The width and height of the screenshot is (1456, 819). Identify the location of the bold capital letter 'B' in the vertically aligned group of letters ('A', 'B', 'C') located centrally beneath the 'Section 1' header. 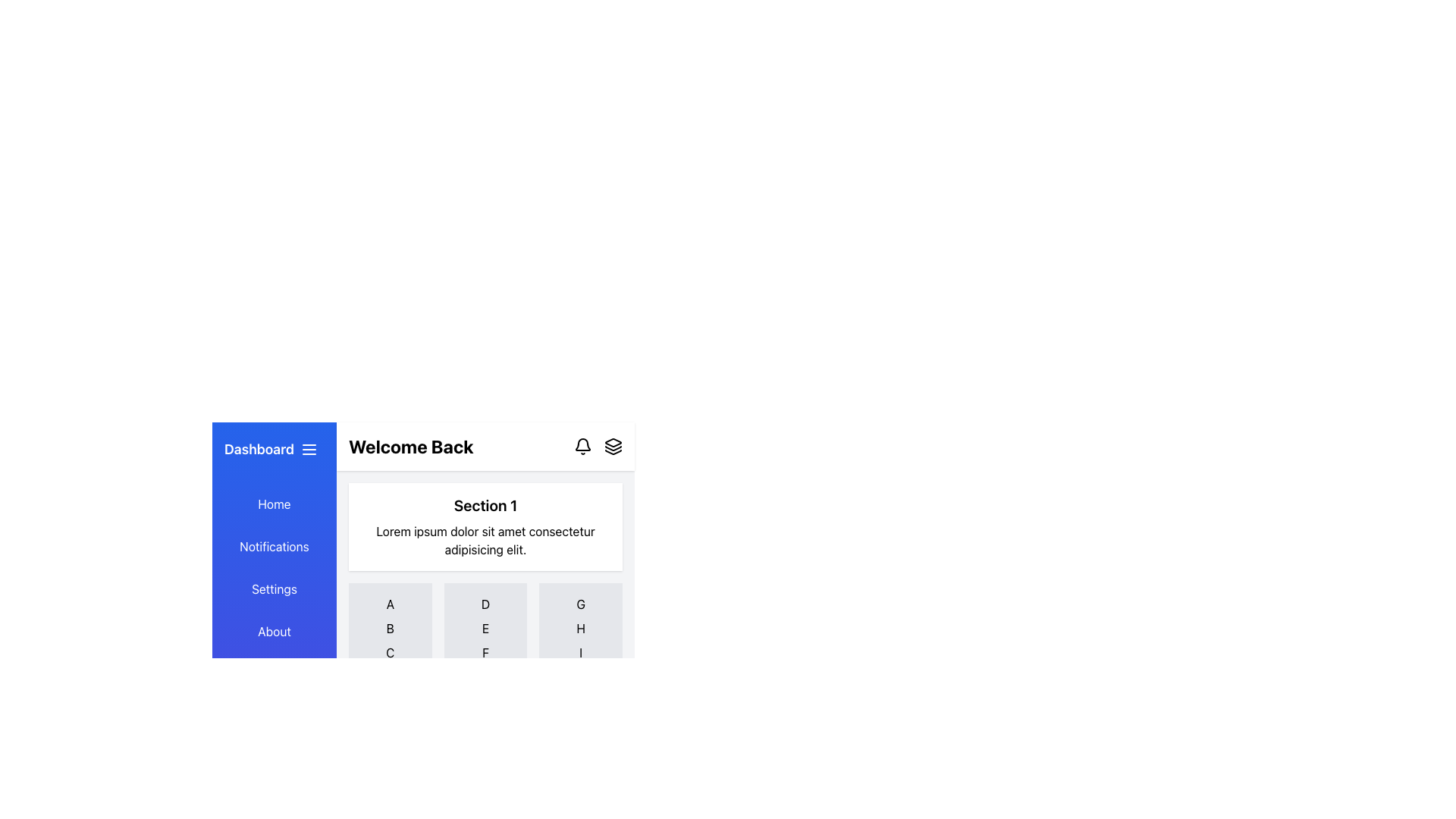
(390, 629).